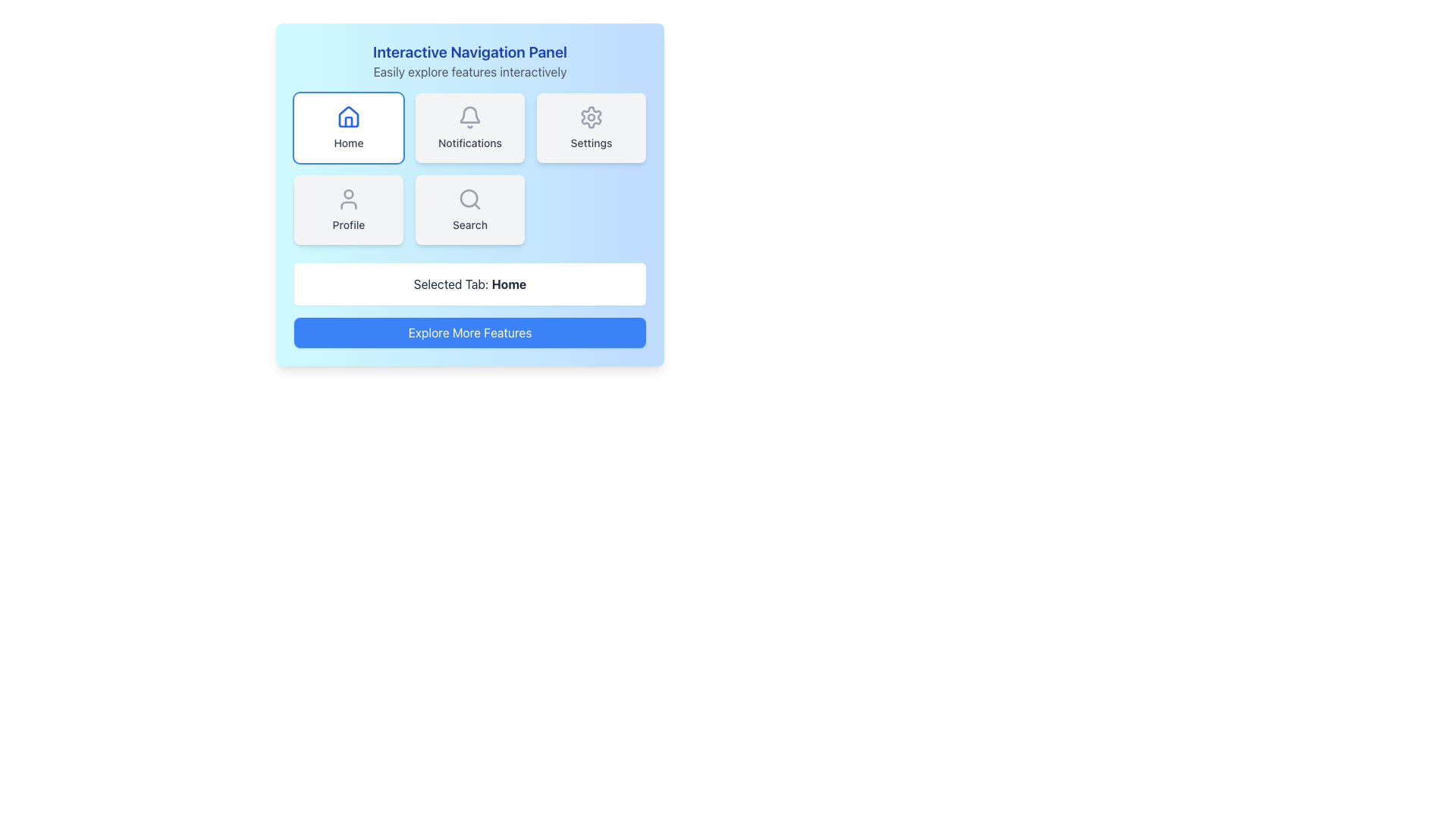 The image size is (1456, 819). I want to click on the 'Settings' button, so click(590, 127).